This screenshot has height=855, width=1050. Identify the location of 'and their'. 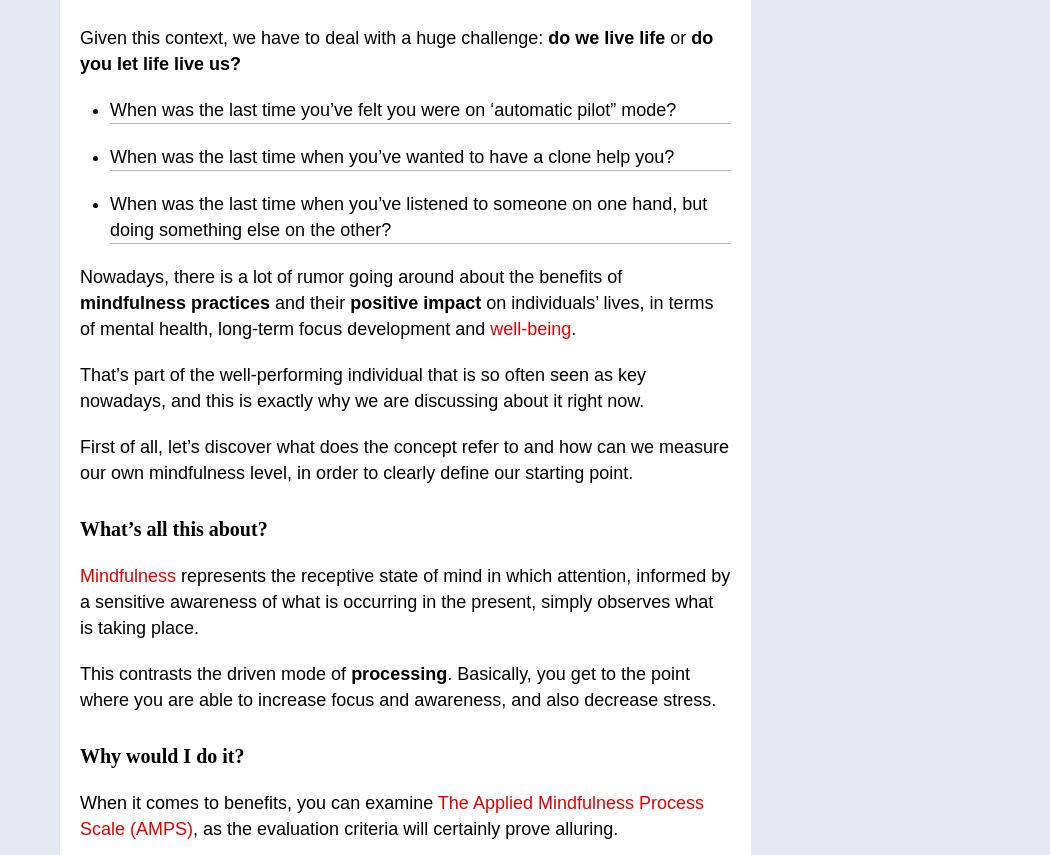
(309, 302).